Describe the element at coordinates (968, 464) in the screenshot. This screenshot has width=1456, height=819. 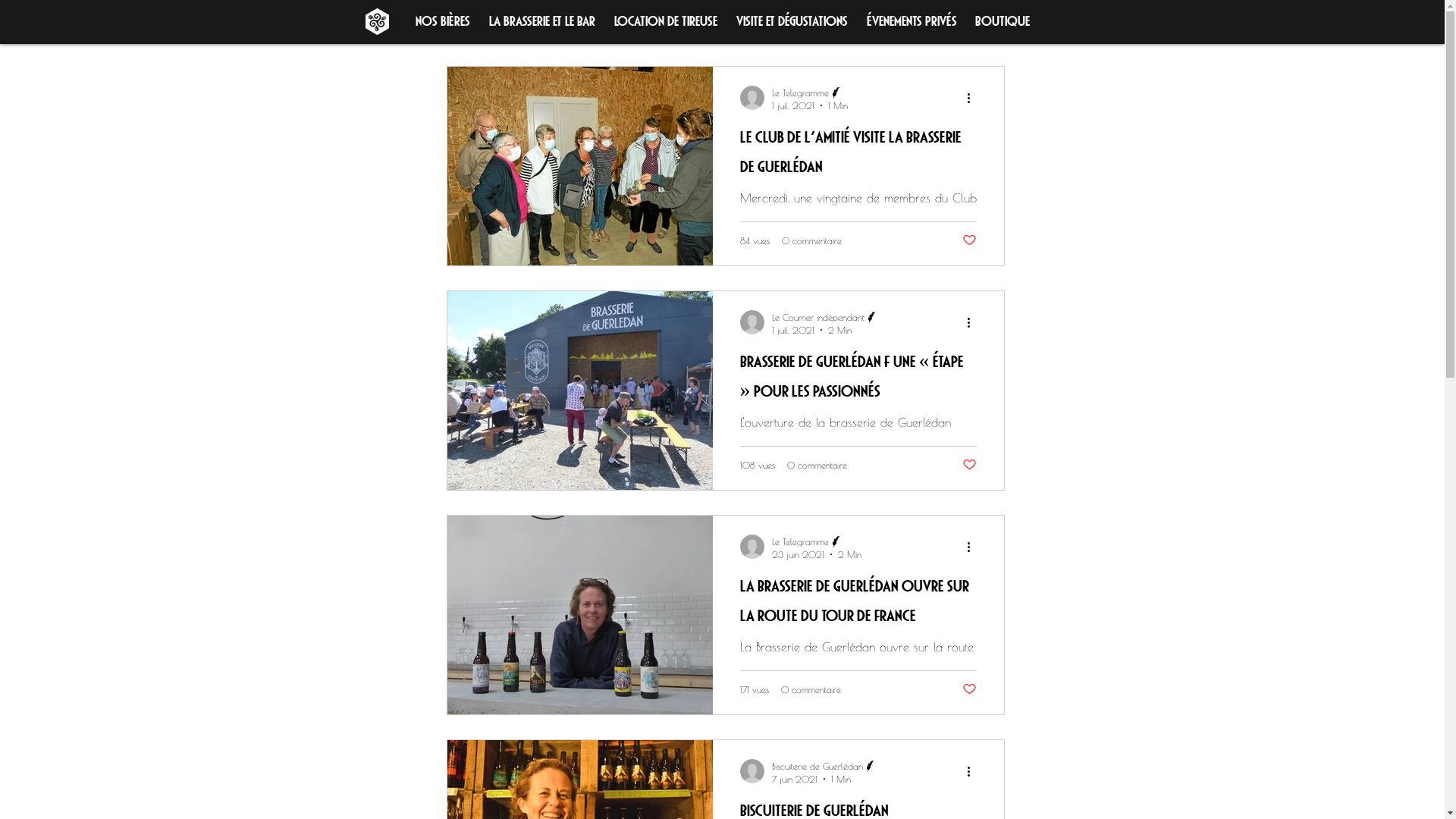
I see `'Vous n'aimez plus ce post'` at that location.